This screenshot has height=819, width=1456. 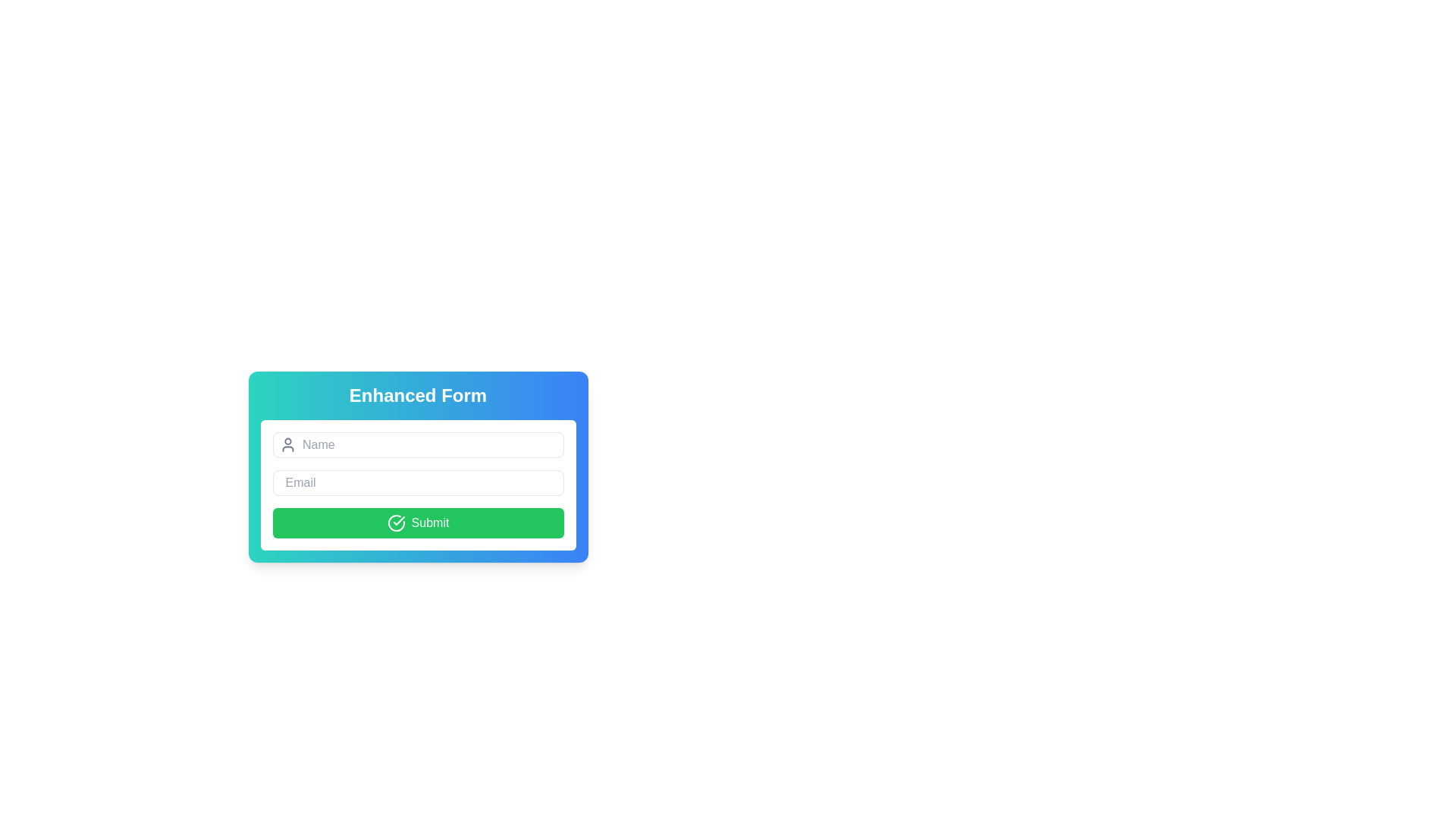 What do you see at coordinates (396, 522) in the screenshot?
I see `the decorative icon for the 'Submit' button` at bounding box center [396, 522].